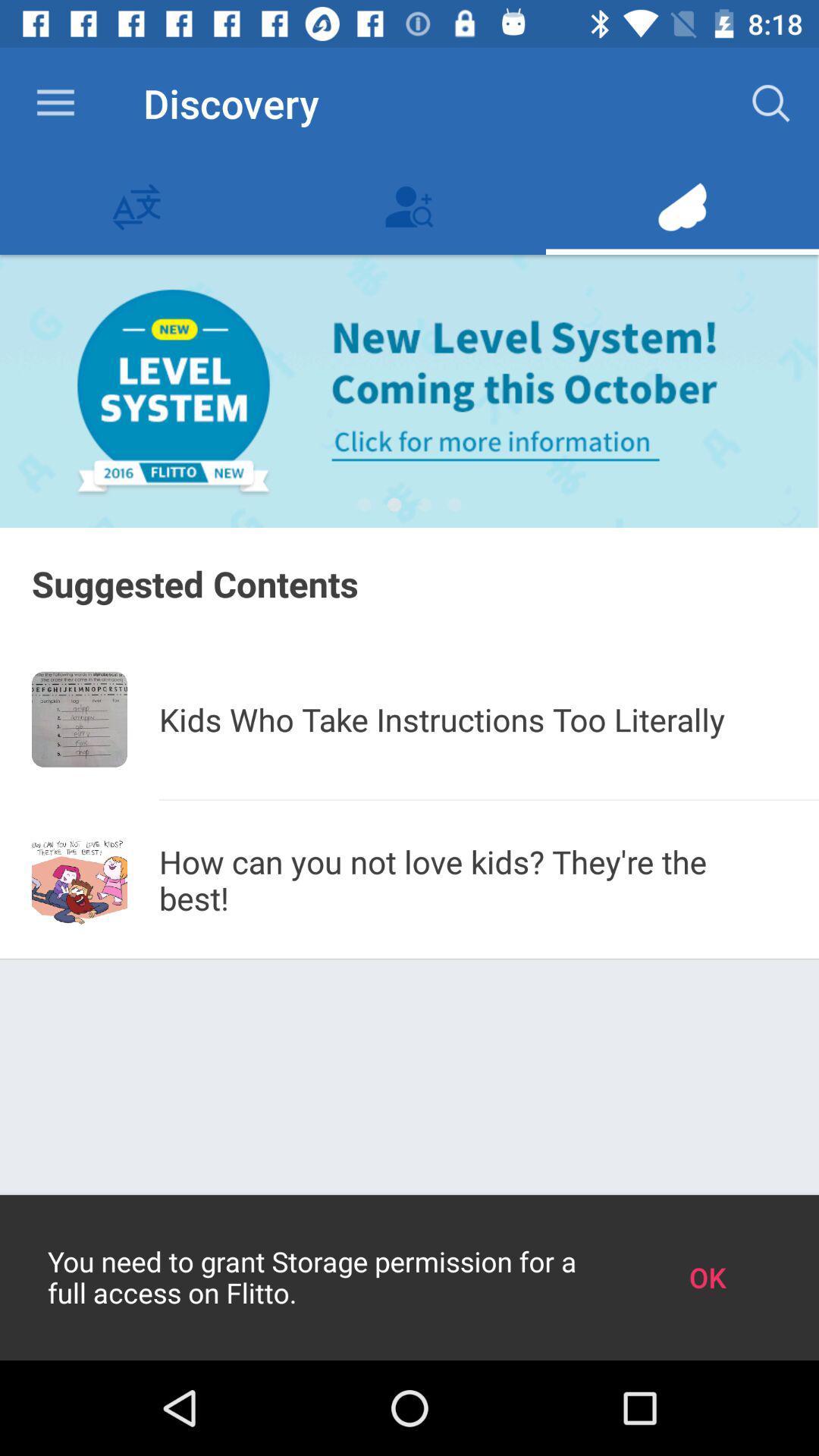  I want to click on how can you item, so click(472, 880).